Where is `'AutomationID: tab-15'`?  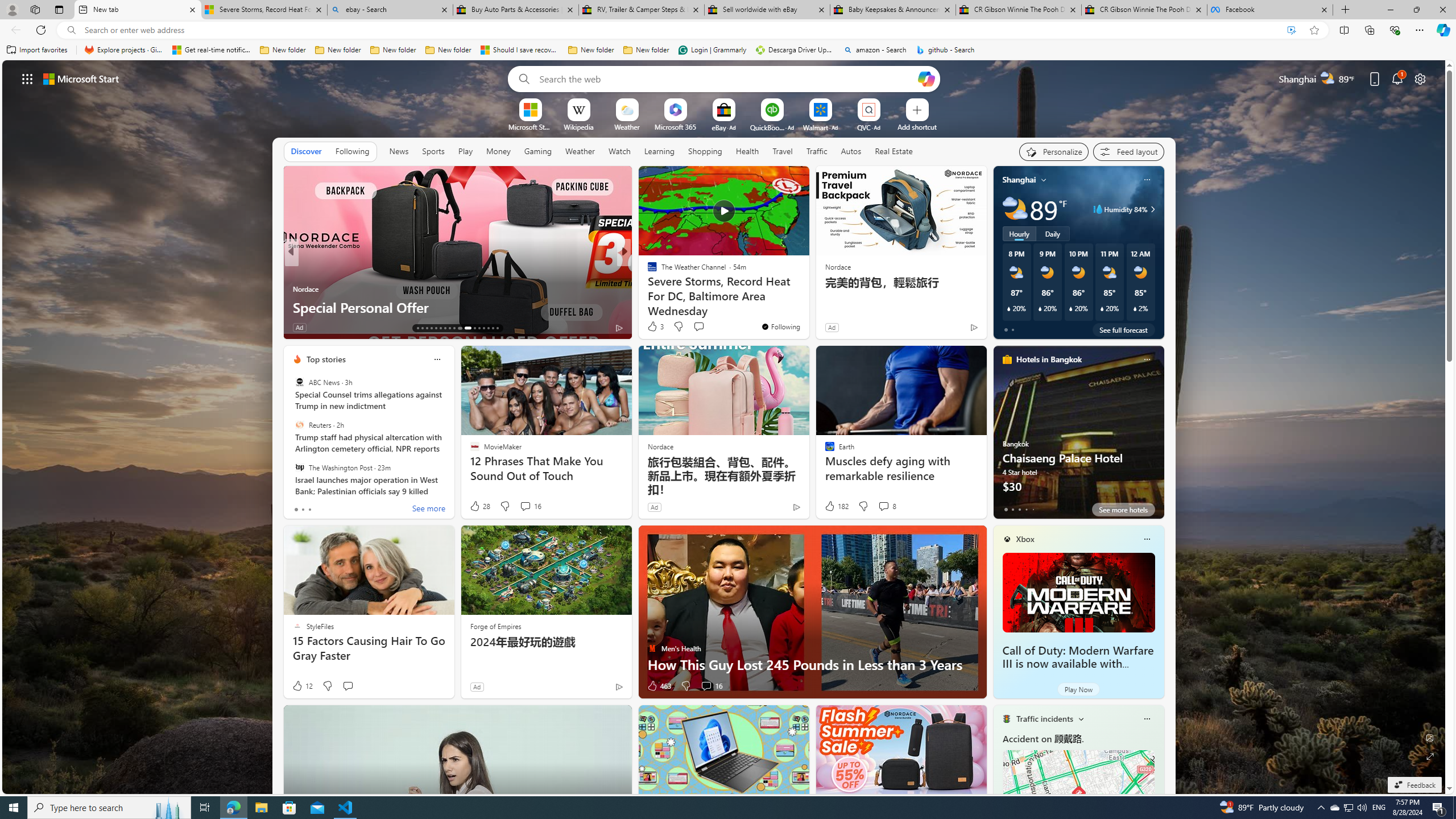 'AutomationID: tab-15' is located at coordinates (427, 328).